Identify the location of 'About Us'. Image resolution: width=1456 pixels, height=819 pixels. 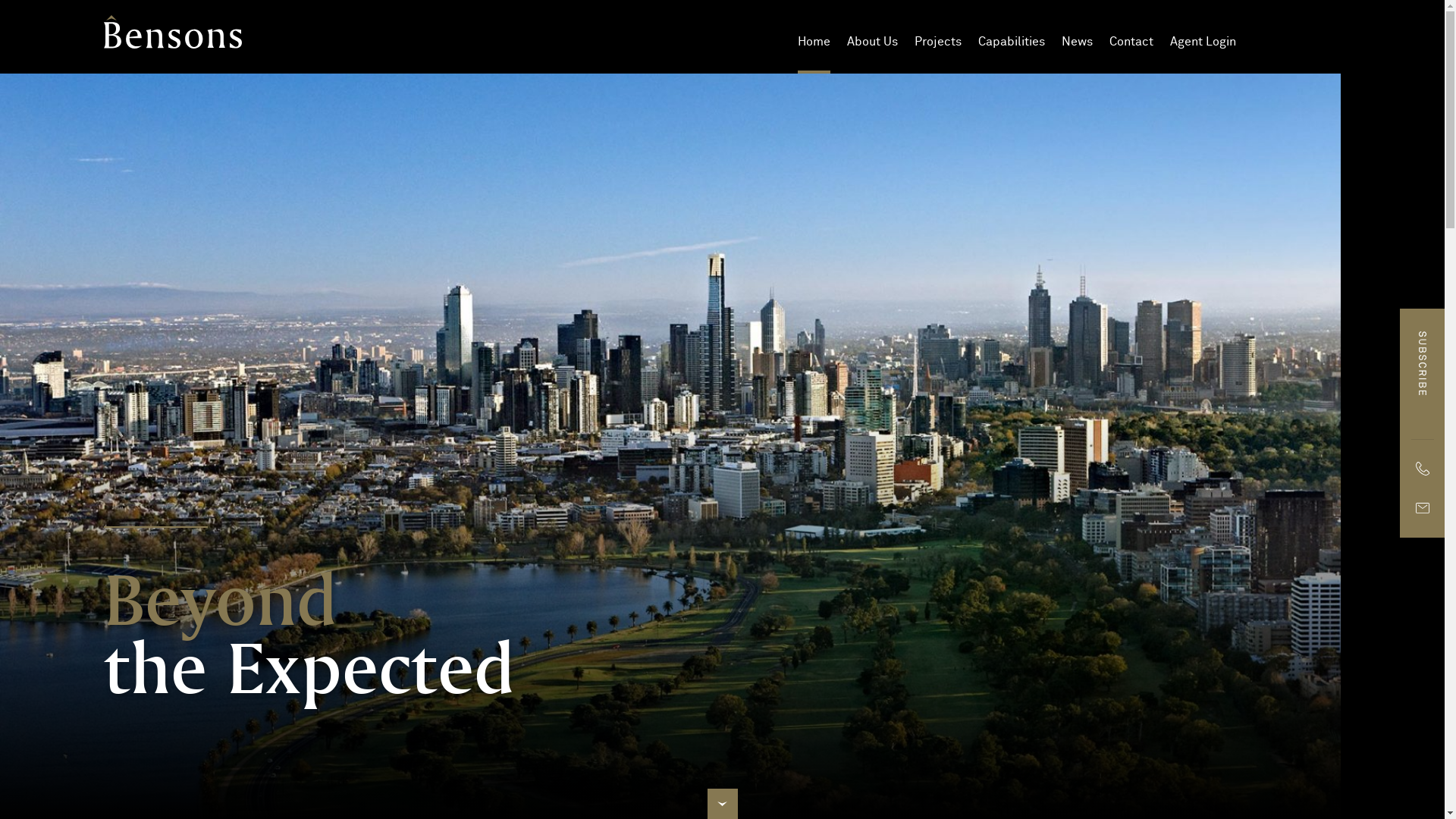
(872, 40).